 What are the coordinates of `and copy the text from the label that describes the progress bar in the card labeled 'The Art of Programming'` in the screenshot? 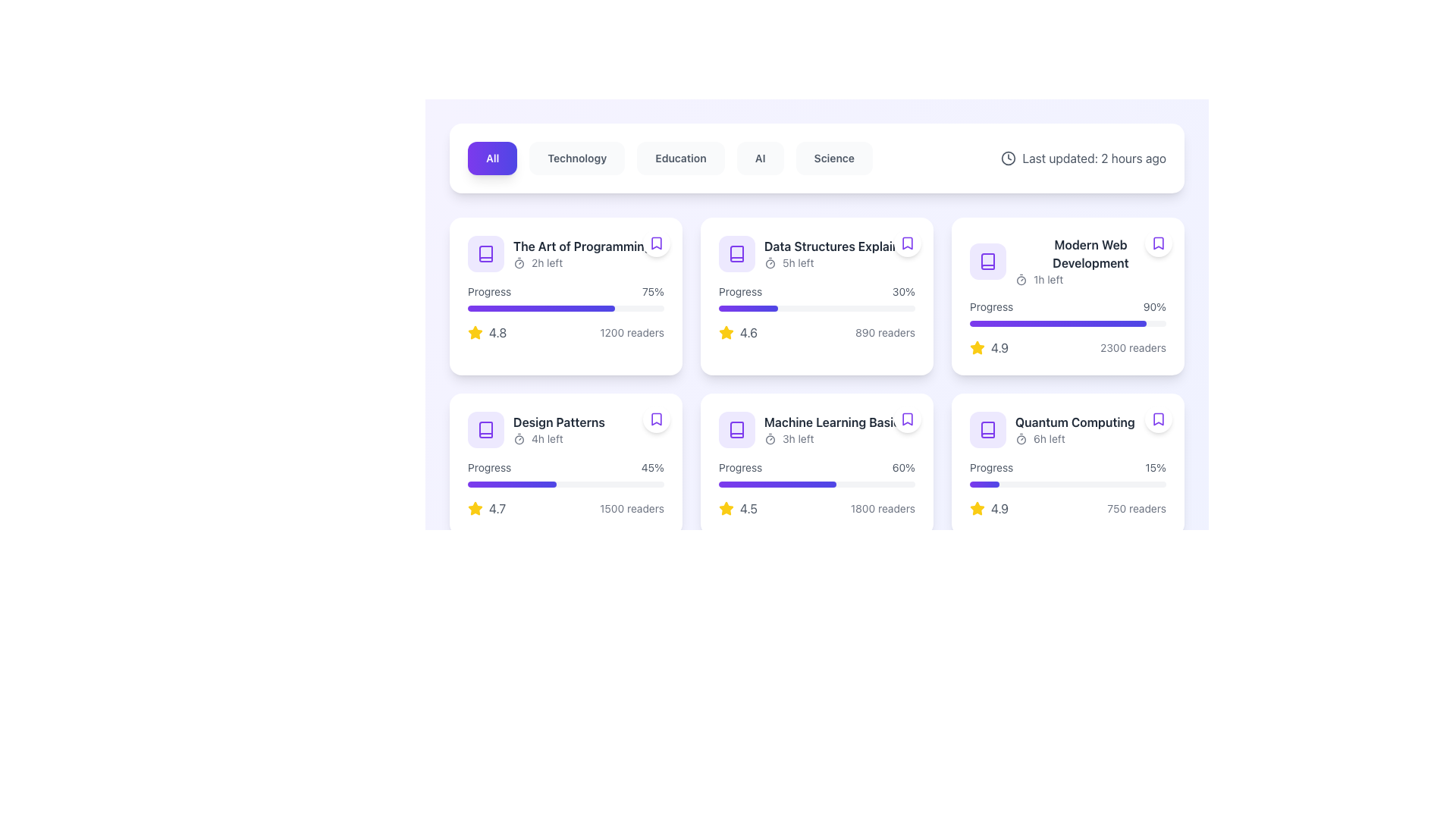 It's located at (489, 292).